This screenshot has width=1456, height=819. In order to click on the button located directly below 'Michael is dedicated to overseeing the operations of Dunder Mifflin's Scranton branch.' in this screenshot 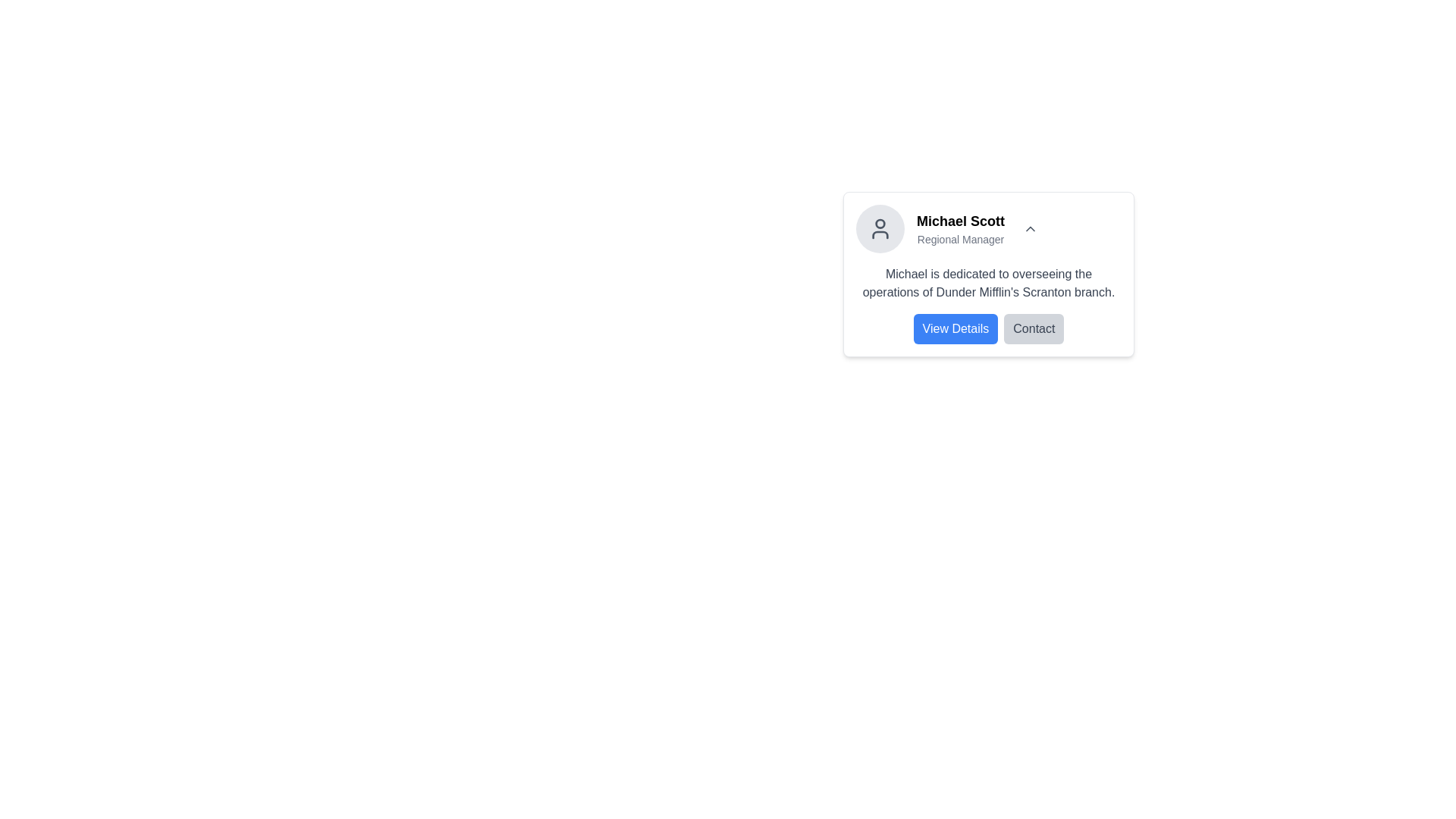, I will do `click(989, 328)`.